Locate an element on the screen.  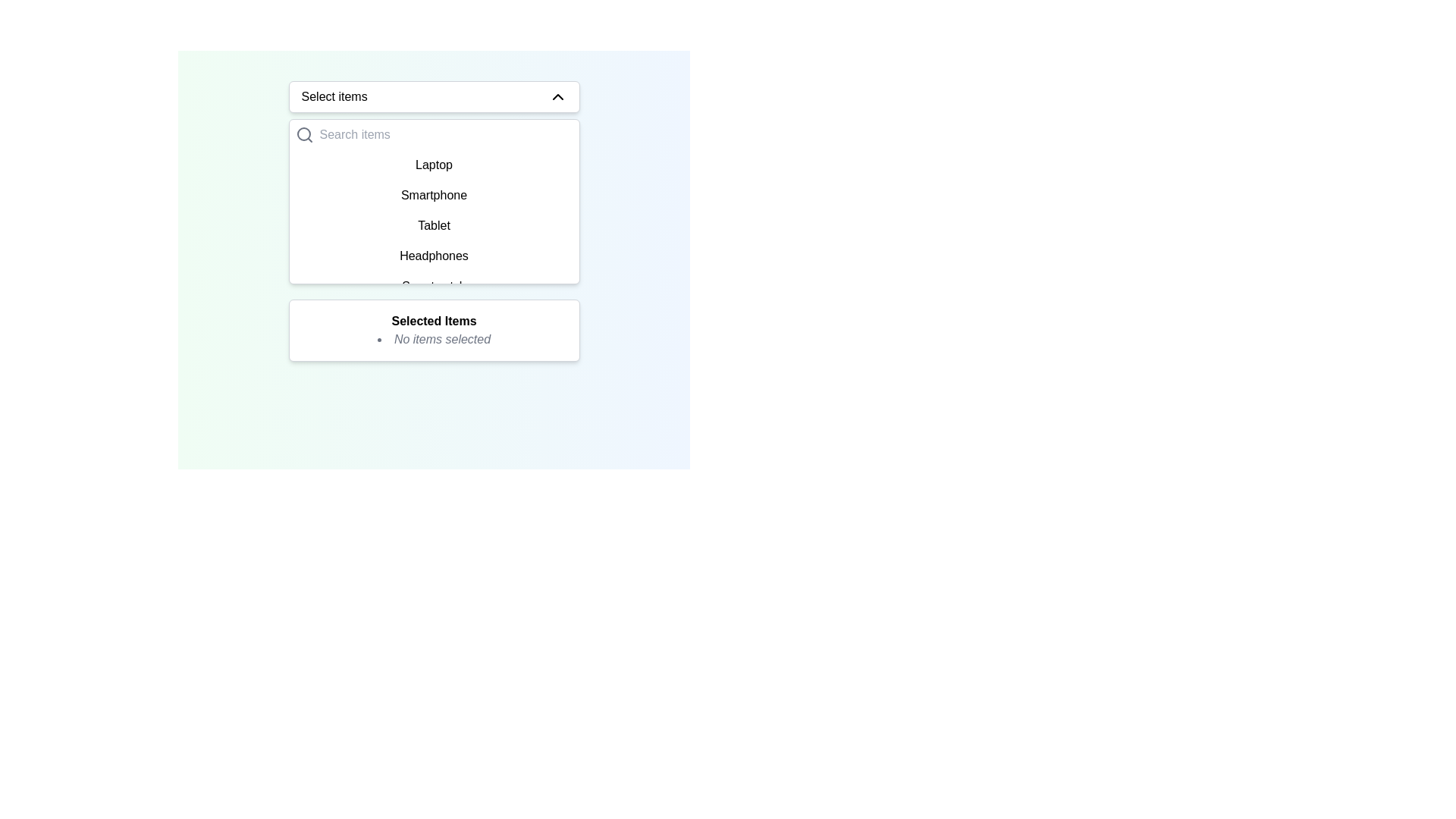
the selectable list item labeled 'Tablet' in the dropdown list to mark it as the chosen option is located at coordinates (433, 225).